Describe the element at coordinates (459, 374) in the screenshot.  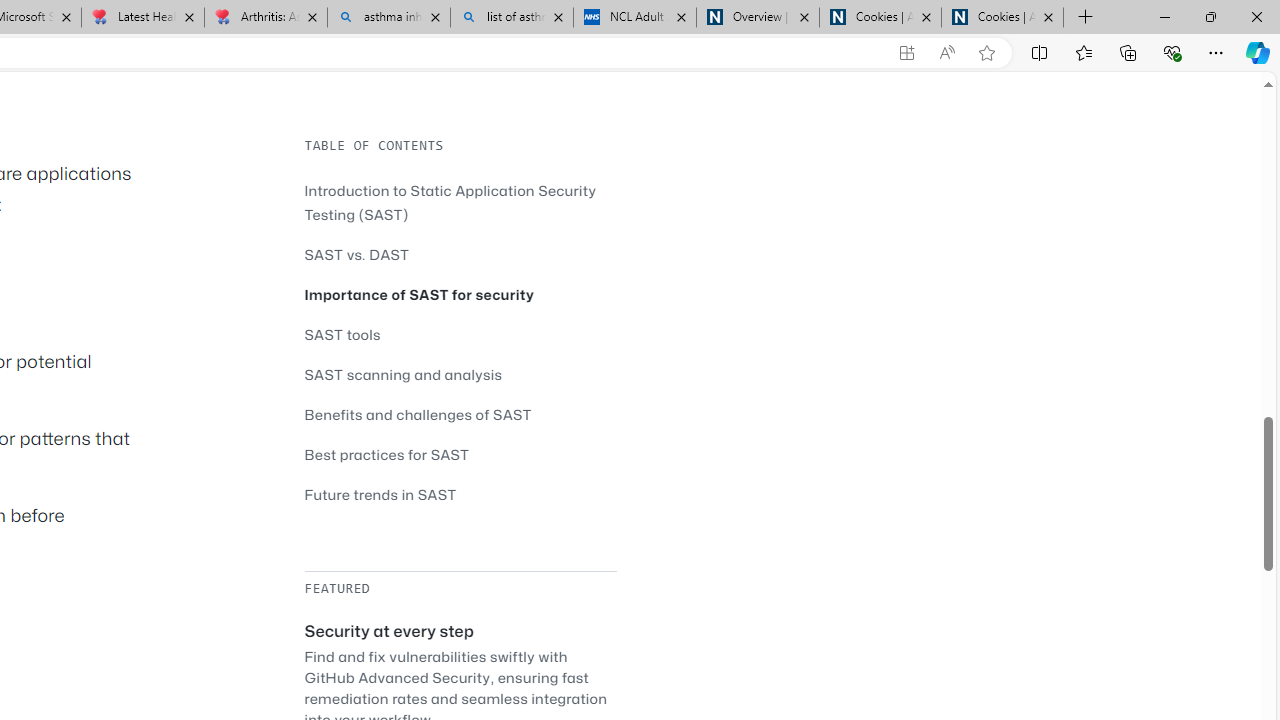
I see `'SAST scanning and analysis'` at that location.